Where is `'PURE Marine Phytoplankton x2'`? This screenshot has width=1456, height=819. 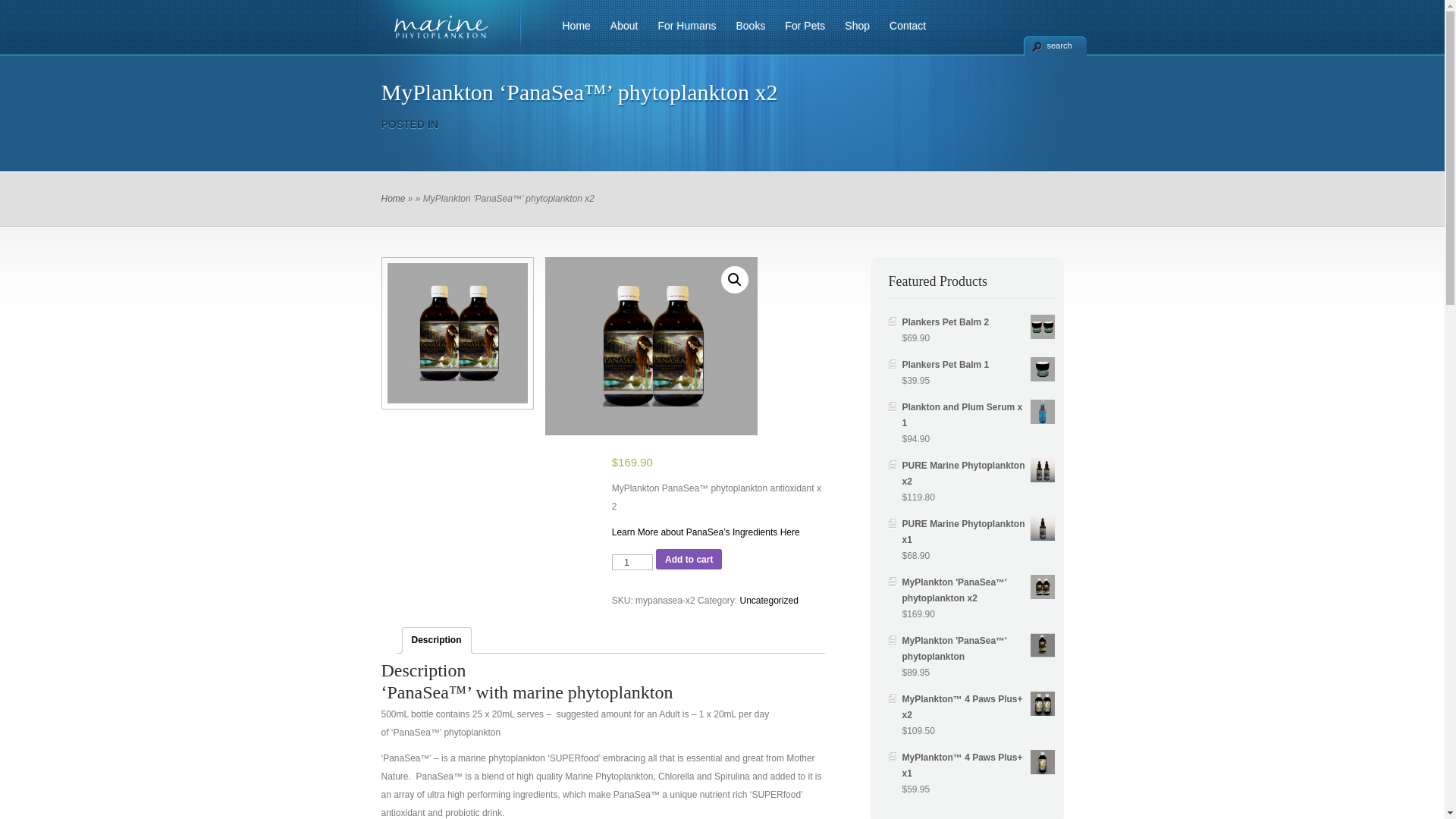
'PURE Marine Phytoplankton x2' is located at coordinates (978, 472).